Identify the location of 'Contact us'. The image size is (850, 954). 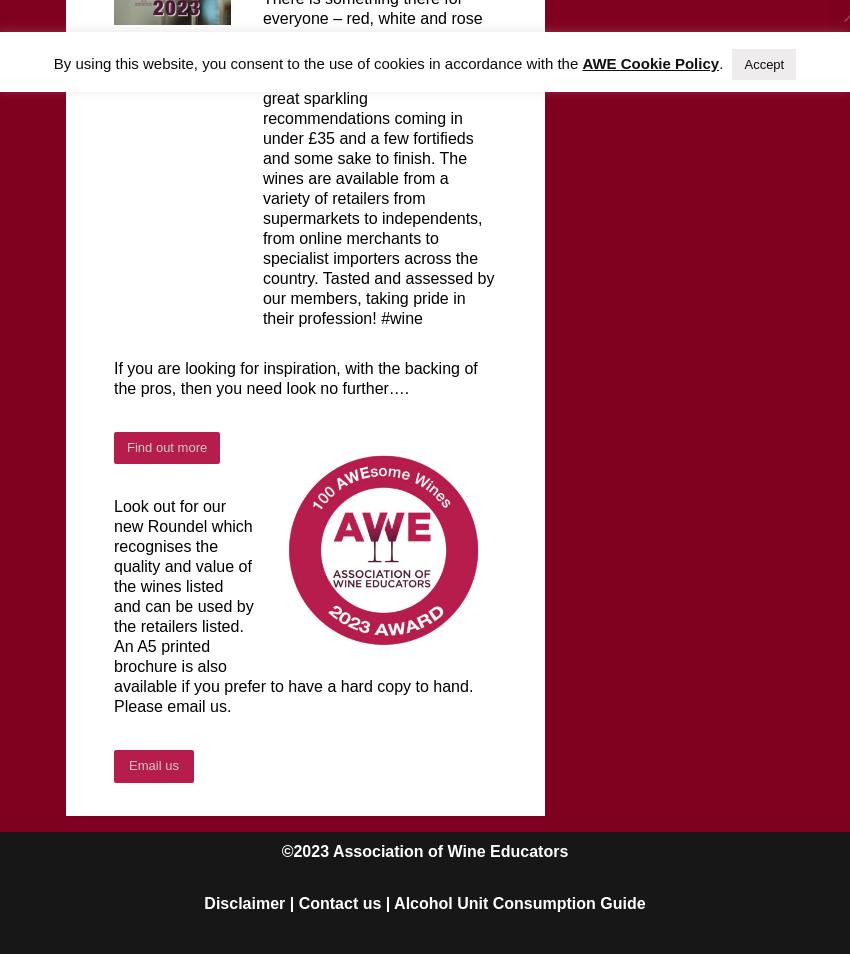
(339, 902).